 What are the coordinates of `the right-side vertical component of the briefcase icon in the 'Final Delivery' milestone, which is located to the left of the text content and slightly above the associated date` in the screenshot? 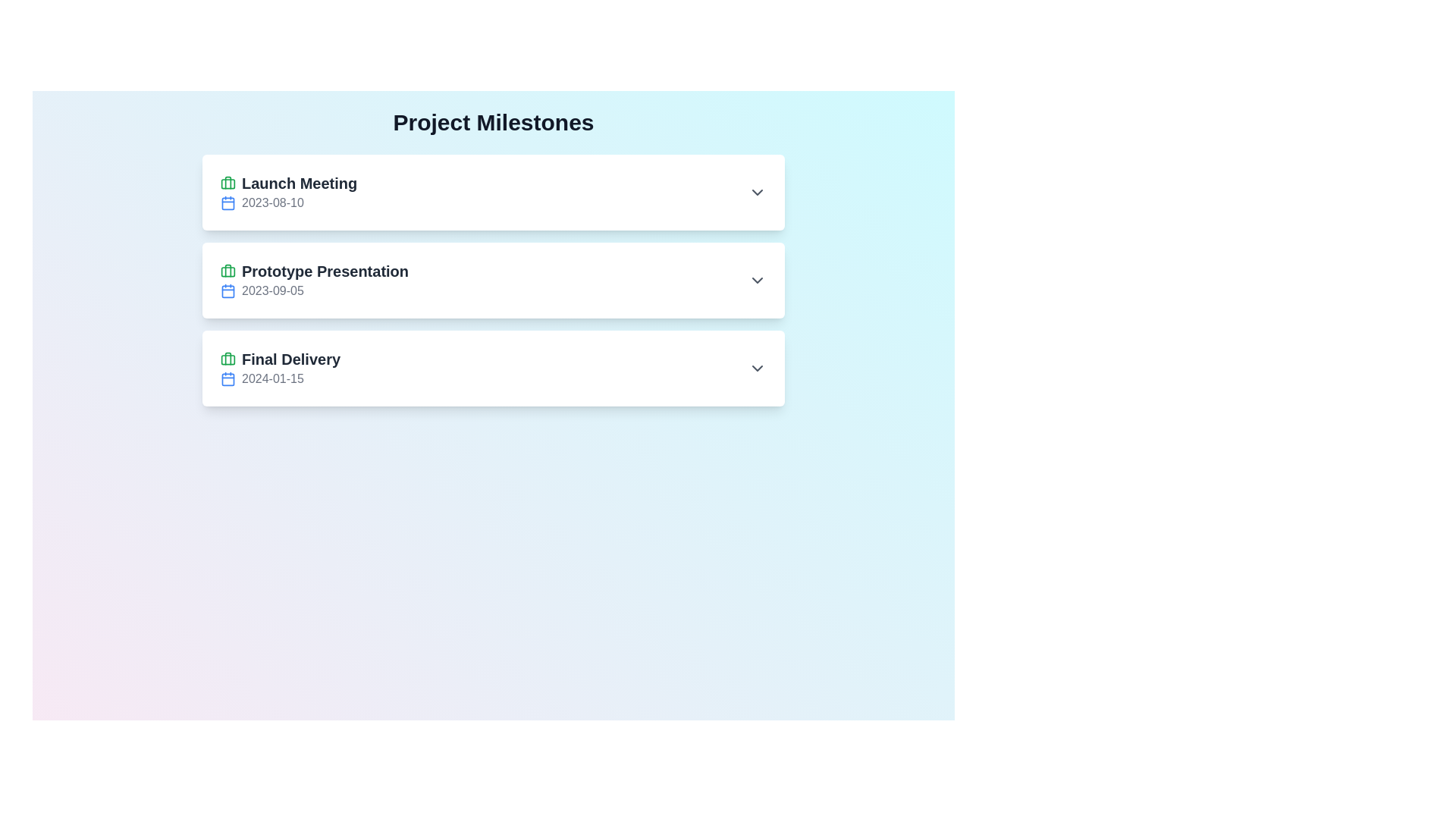 It's located at (227, 359).